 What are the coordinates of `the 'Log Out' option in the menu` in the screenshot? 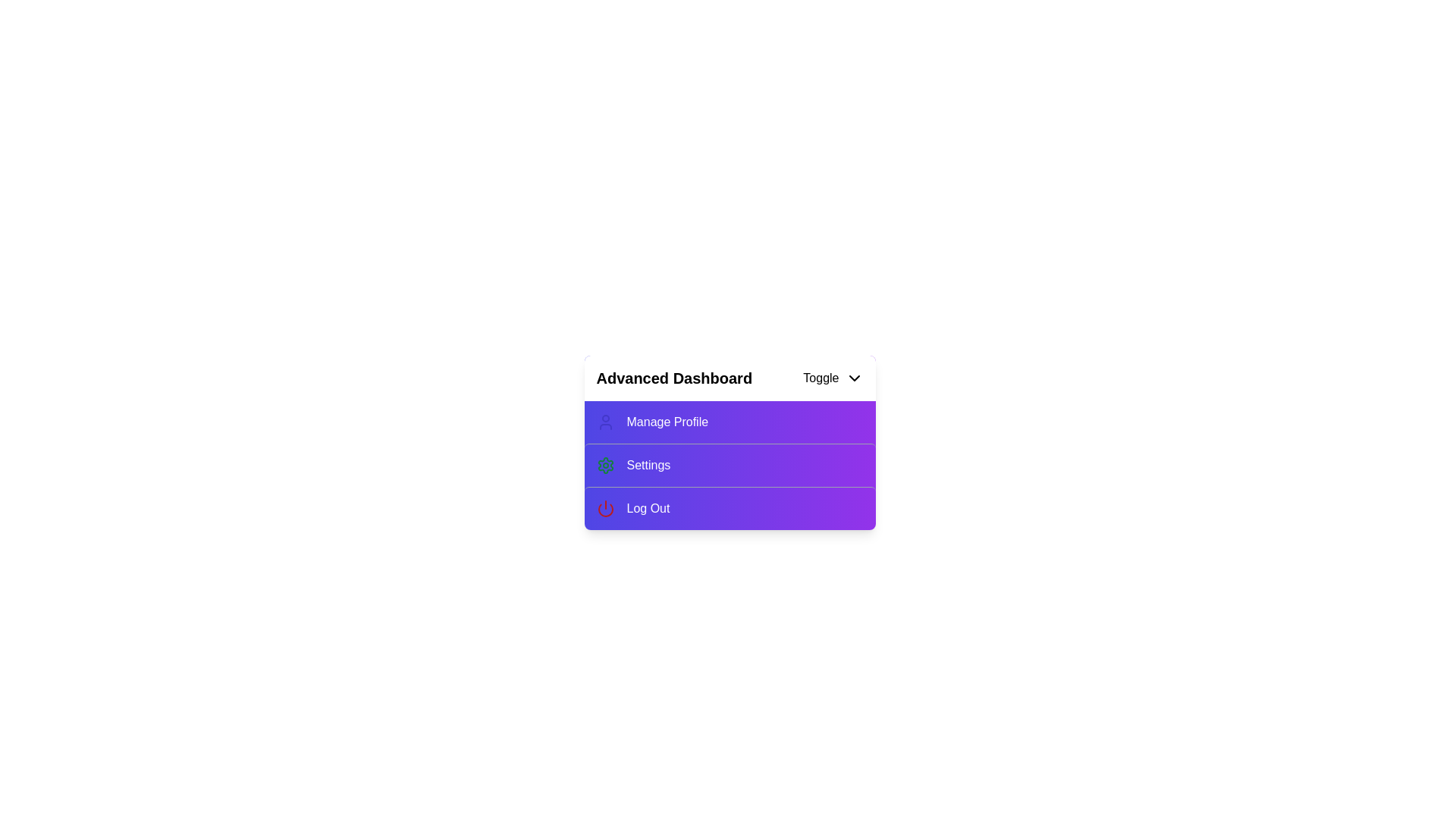 It's located at (730, 508).